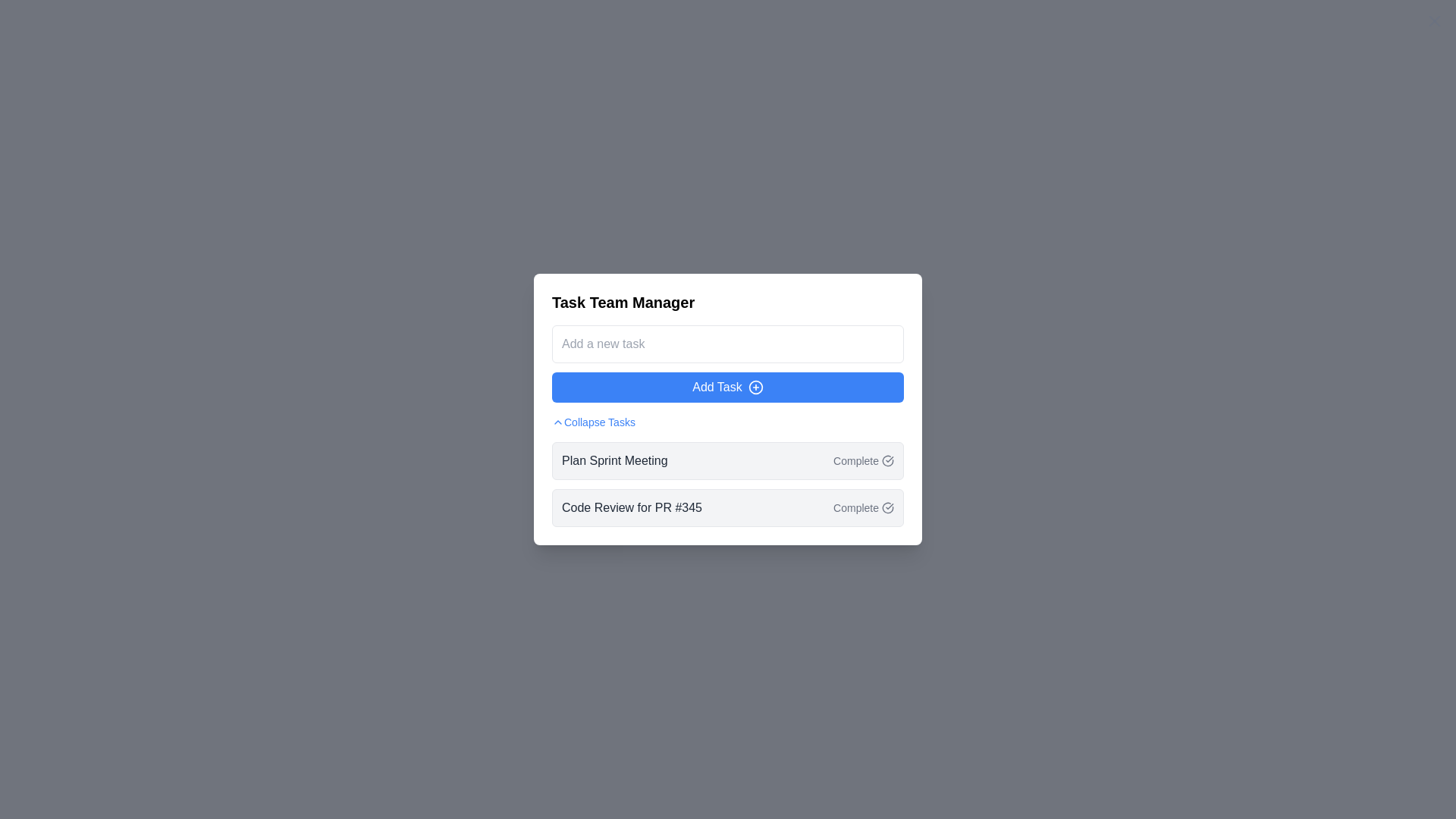 This screenshot has height=819, width=1456. What do you see at coordinates (888, 460) in the screenshot?
I see `the SVG icon button styled as a checkmark inside a circle located in the second row of the task list labeled 'Plan Sprint Meeting'` at bounding box center [888, 460].